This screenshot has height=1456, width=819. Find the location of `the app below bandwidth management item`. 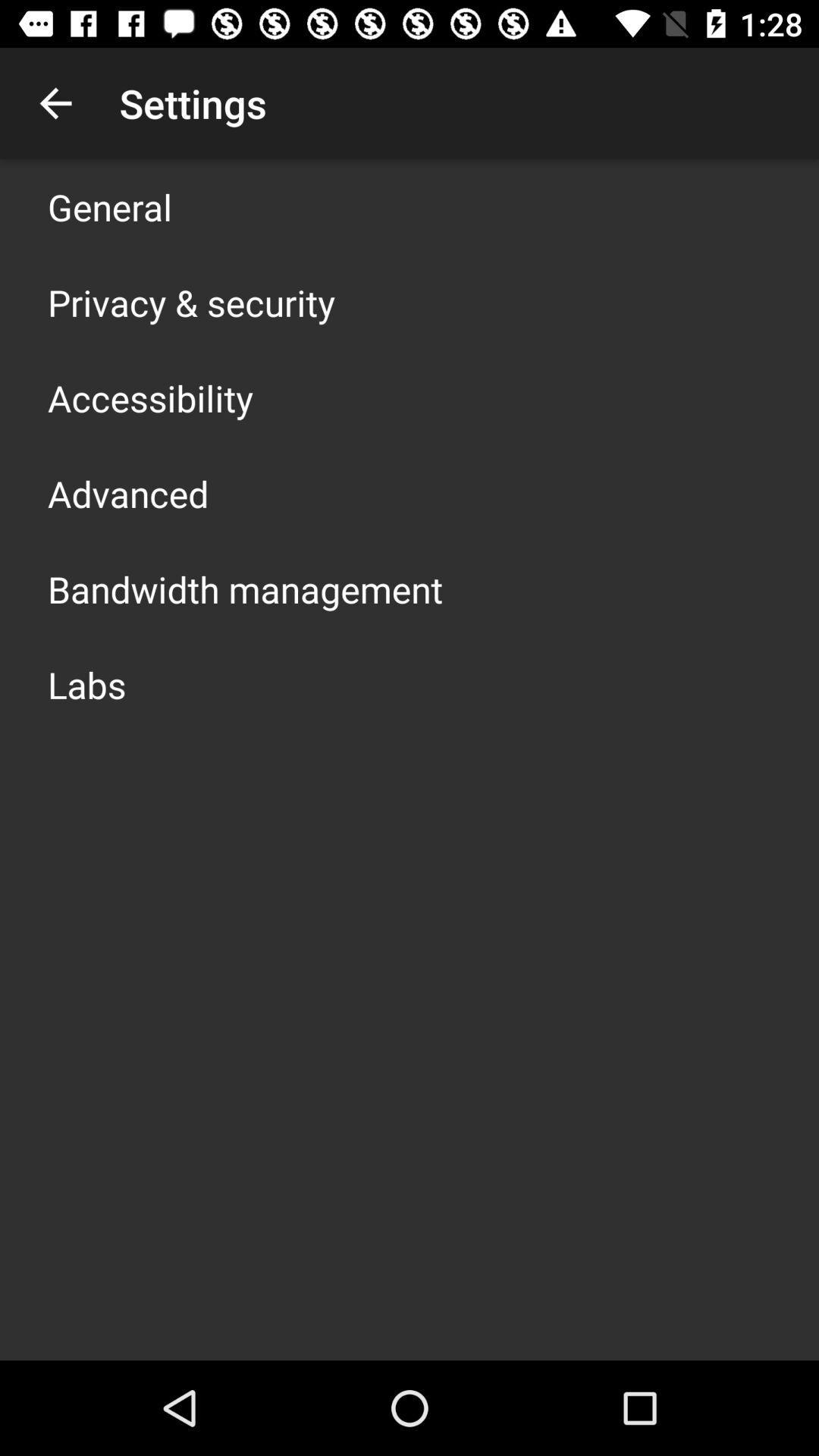

the app below bandwidth management item is located at coordinates (86, 683).